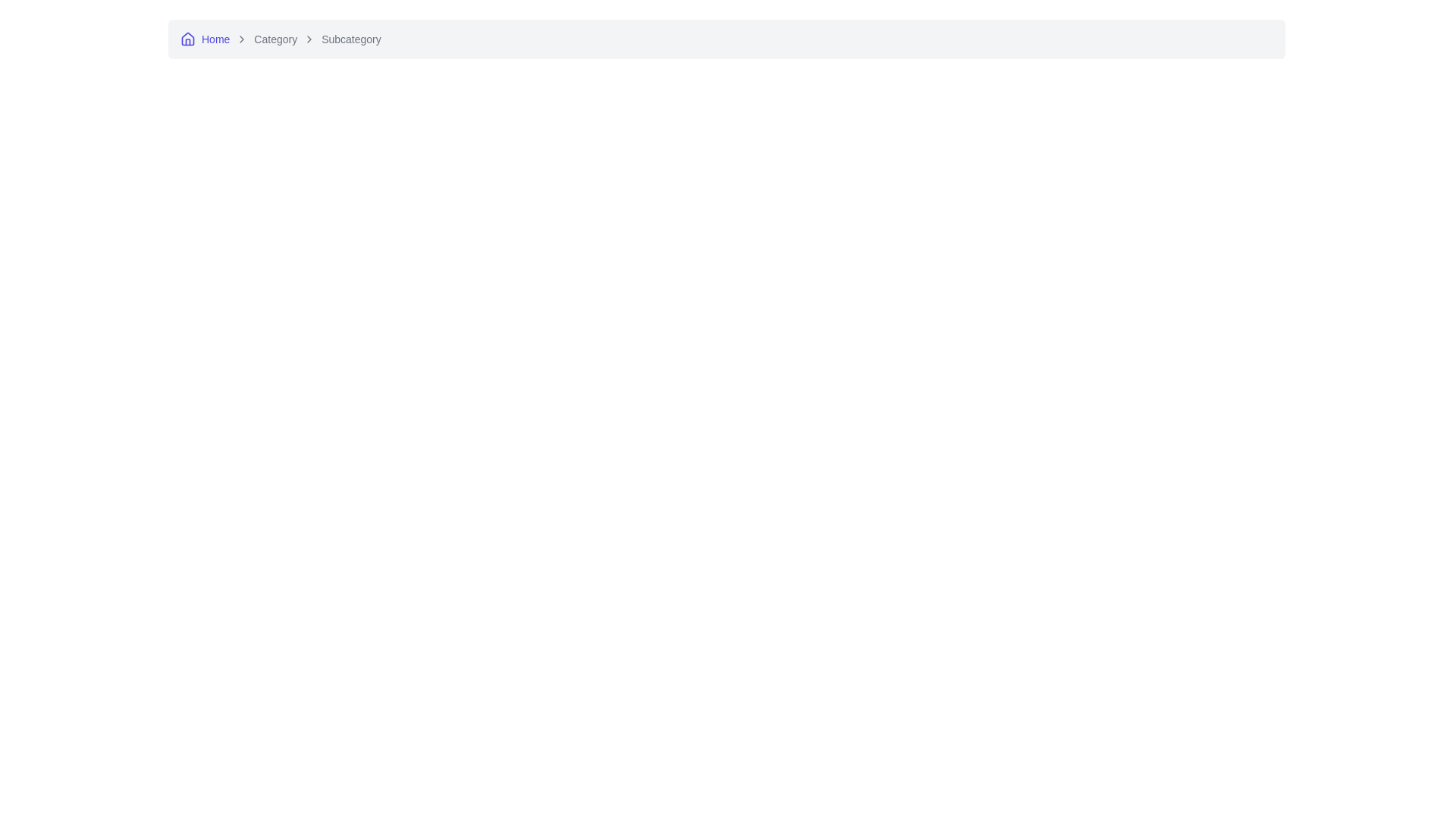 The image size is (1456, 819). Describe the element at coordinates (187, 38) in the screenshot. I see `the house-shaped icon representing the 'Home' function in the breadcrumb navigation bar, located at the top left of the interface` at that location.